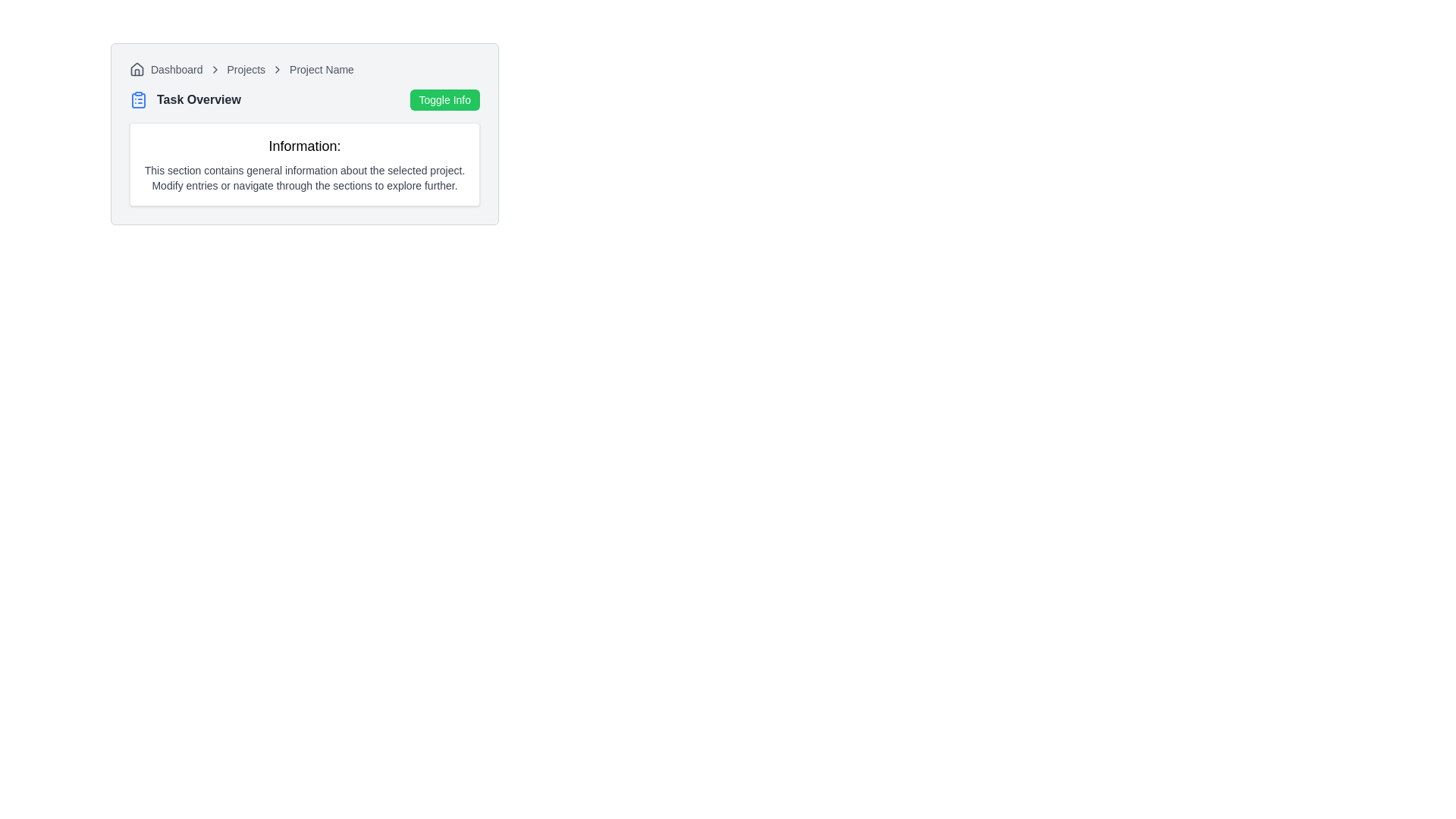 The height and width of the screenshot is (819, 1456). What do you see at coordinates (214, 70) in the screenshot?
I see `the right-facing chevron arrow icon located between the 'Dashboard' and 'Projects' texts in the breadcrumb navigation bar at the top-left of the application interface` at bounding box center [214, 70].